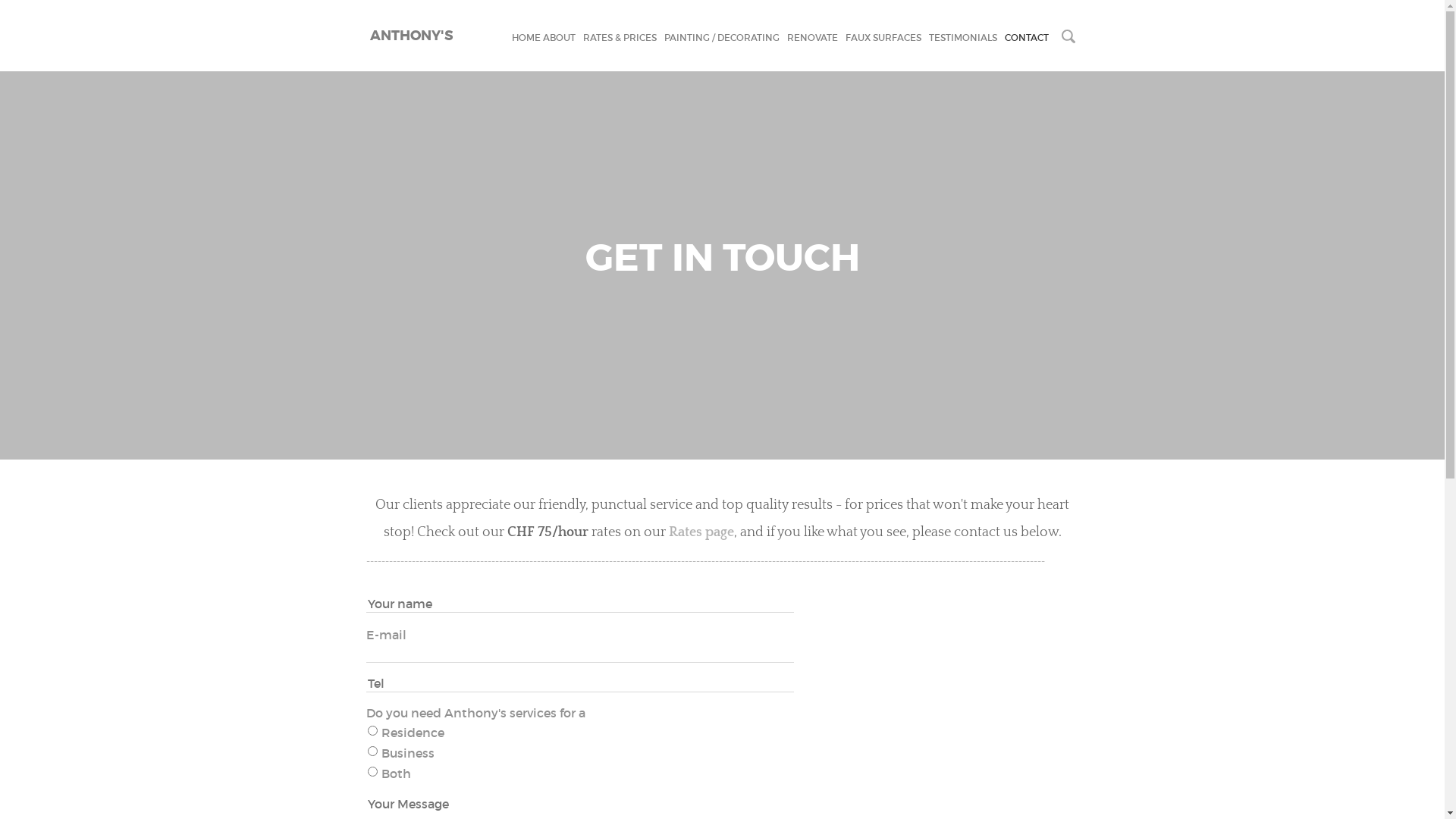  Describe the element at coordinates (542, 36) in the screenshot. I see `'HOME ABOUT'` at that location.